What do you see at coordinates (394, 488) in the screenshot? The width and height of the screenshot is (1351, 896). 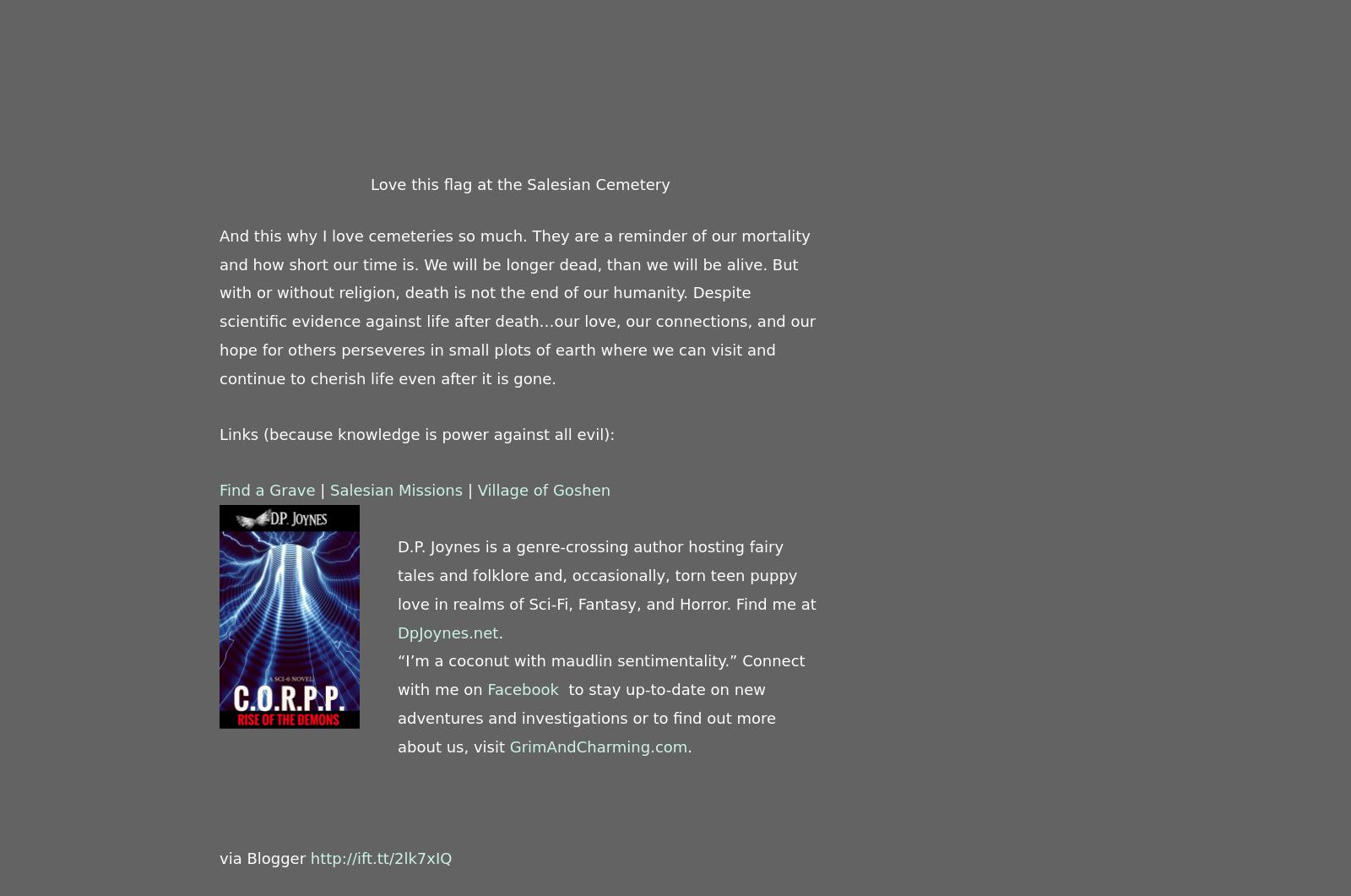 I see `'Salesian Missions'` at bounding box center [394, 488].